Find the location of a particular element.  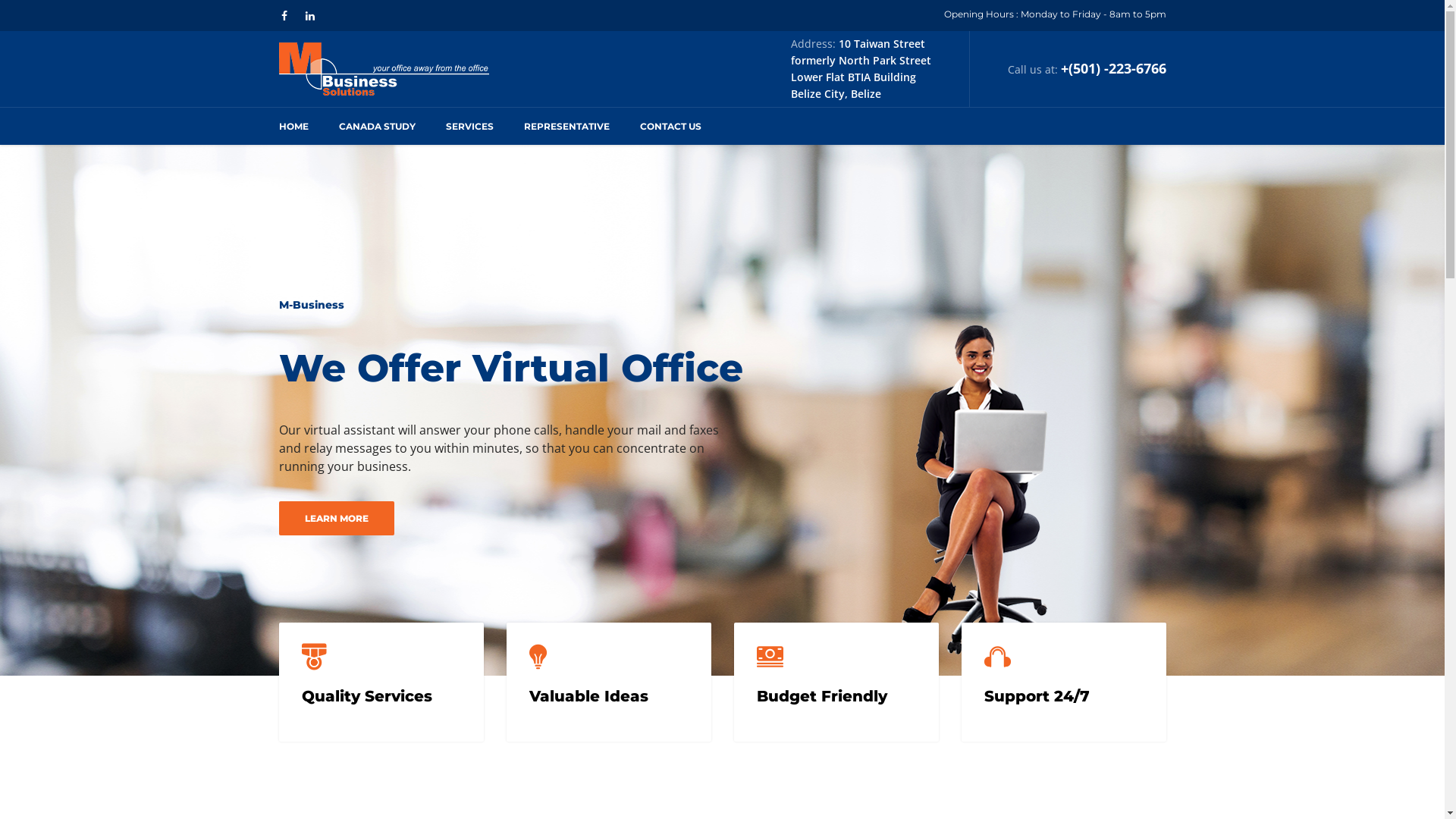

'LEARN MORE' is located at coordinates (336, 517).